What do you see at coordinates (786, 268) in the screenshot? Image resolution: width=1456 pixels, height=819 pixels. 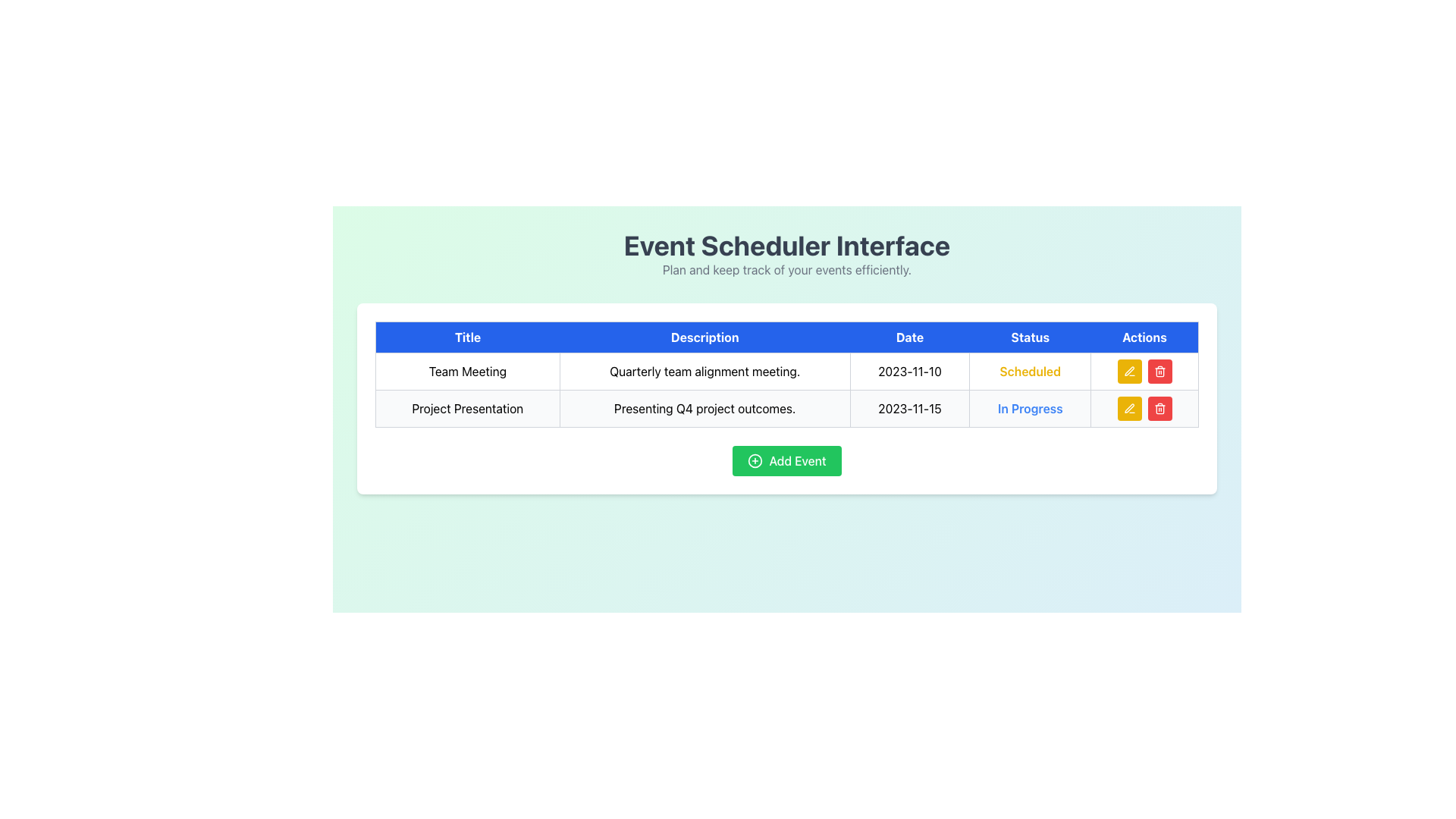 I see `the static text element that reads 'Plan and keep track of your events efficiently.' which is located directly below the header 'Event Scheduler Interface.'` at bounding box center [786, 268].